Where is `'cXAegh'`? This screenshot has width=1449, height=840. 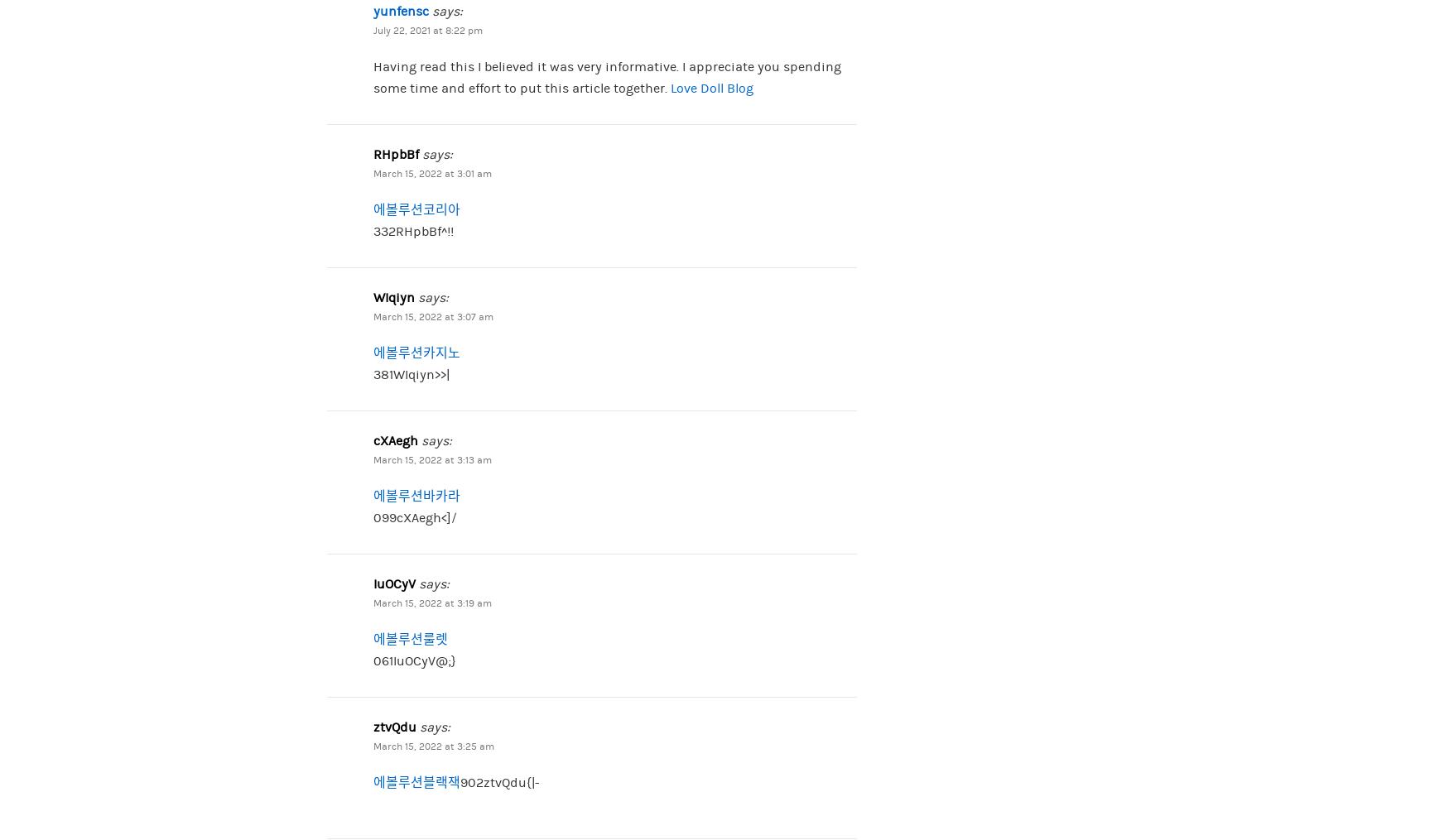 'cXAegh' is located at coordinates (373, 439).